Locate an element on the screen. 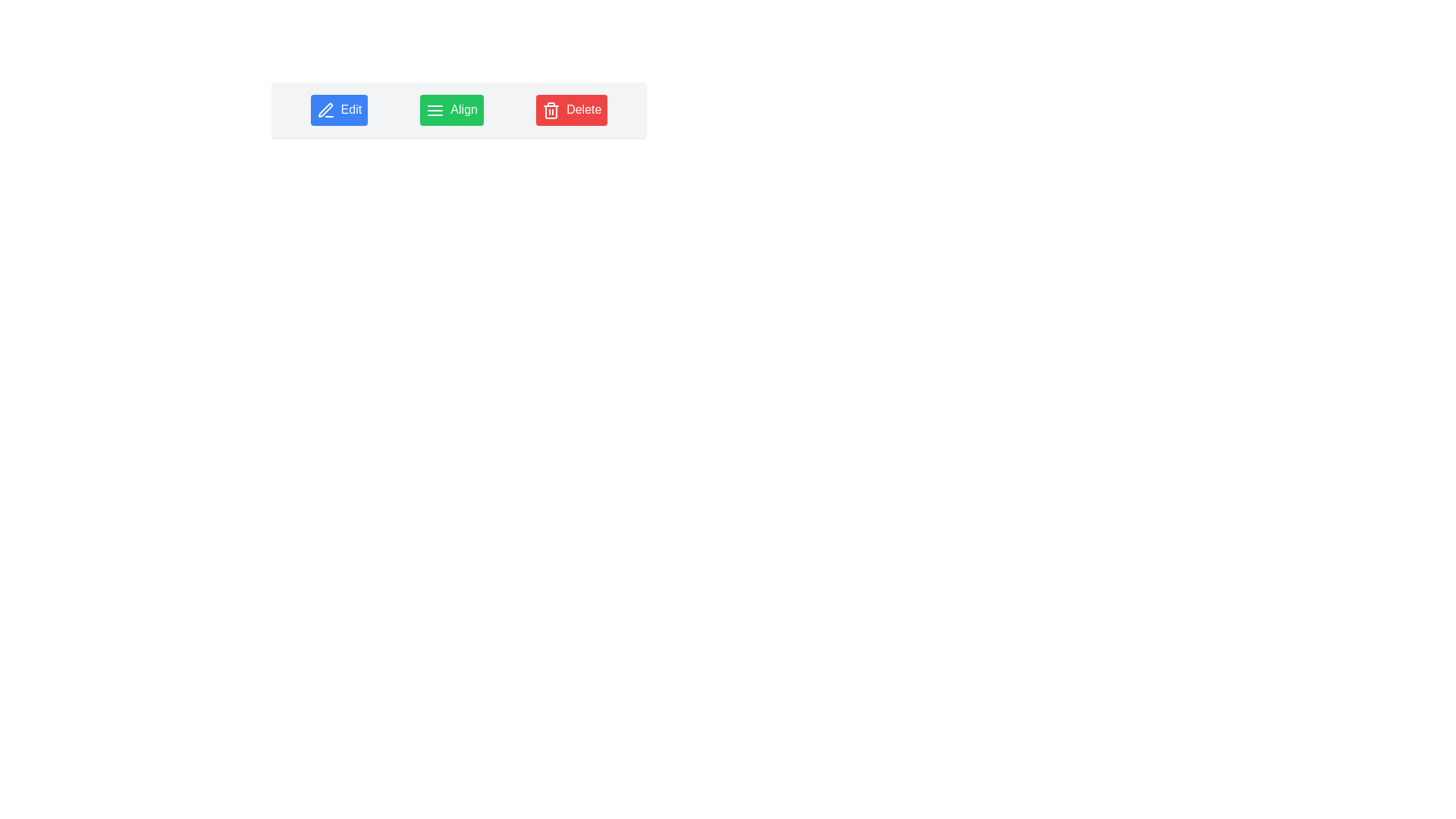 The image size is (1456, 819). the blue button with rounded corners that has a white pen icon and the text 'Edit' is located at coordinates (338, 109).